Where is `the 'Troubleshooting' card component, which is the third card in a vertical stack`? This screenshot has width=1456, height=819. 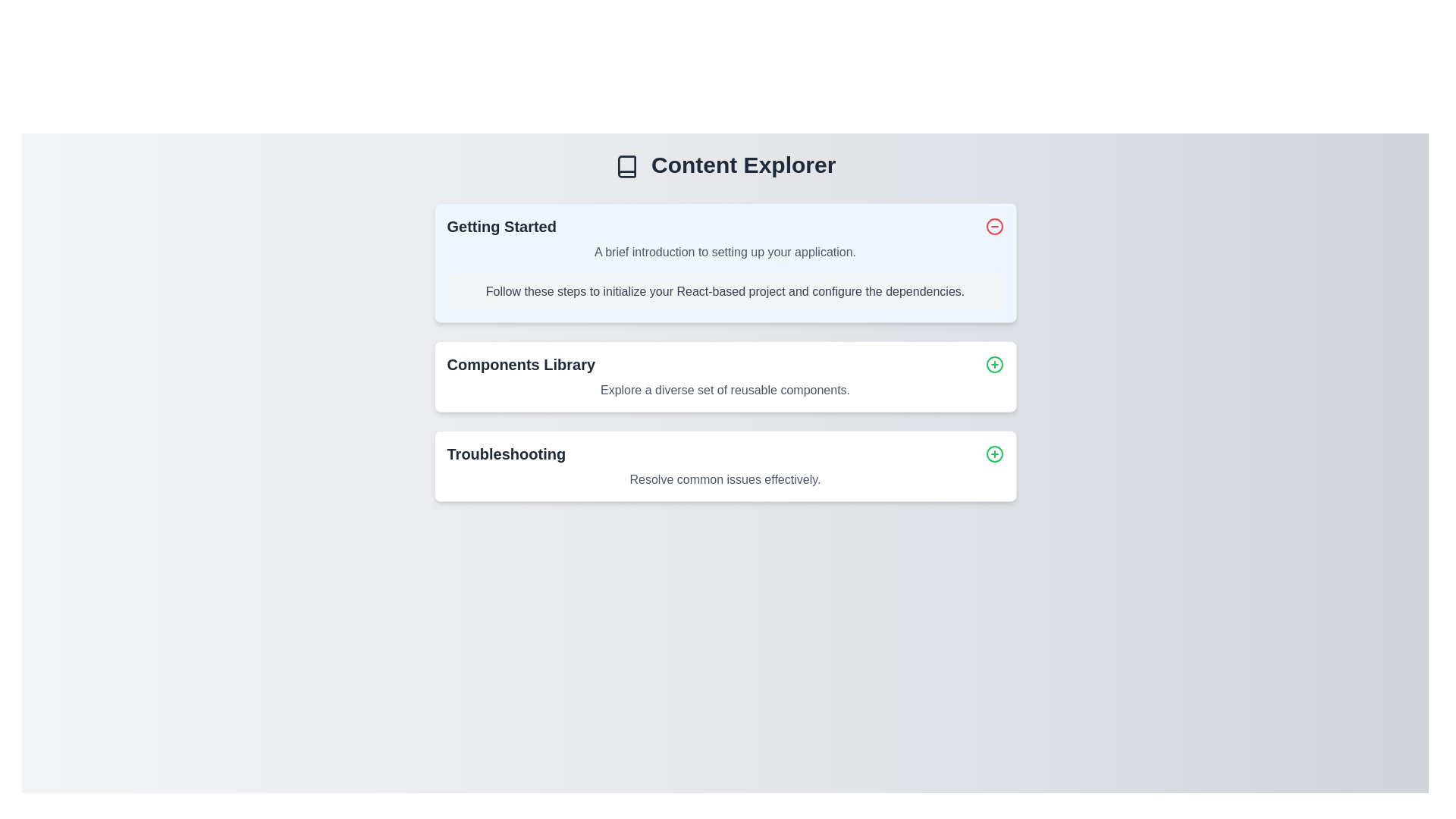
the 'Troubleshooting' card component, which is the third card in a vertical stack is located at coordinates (724, 466).